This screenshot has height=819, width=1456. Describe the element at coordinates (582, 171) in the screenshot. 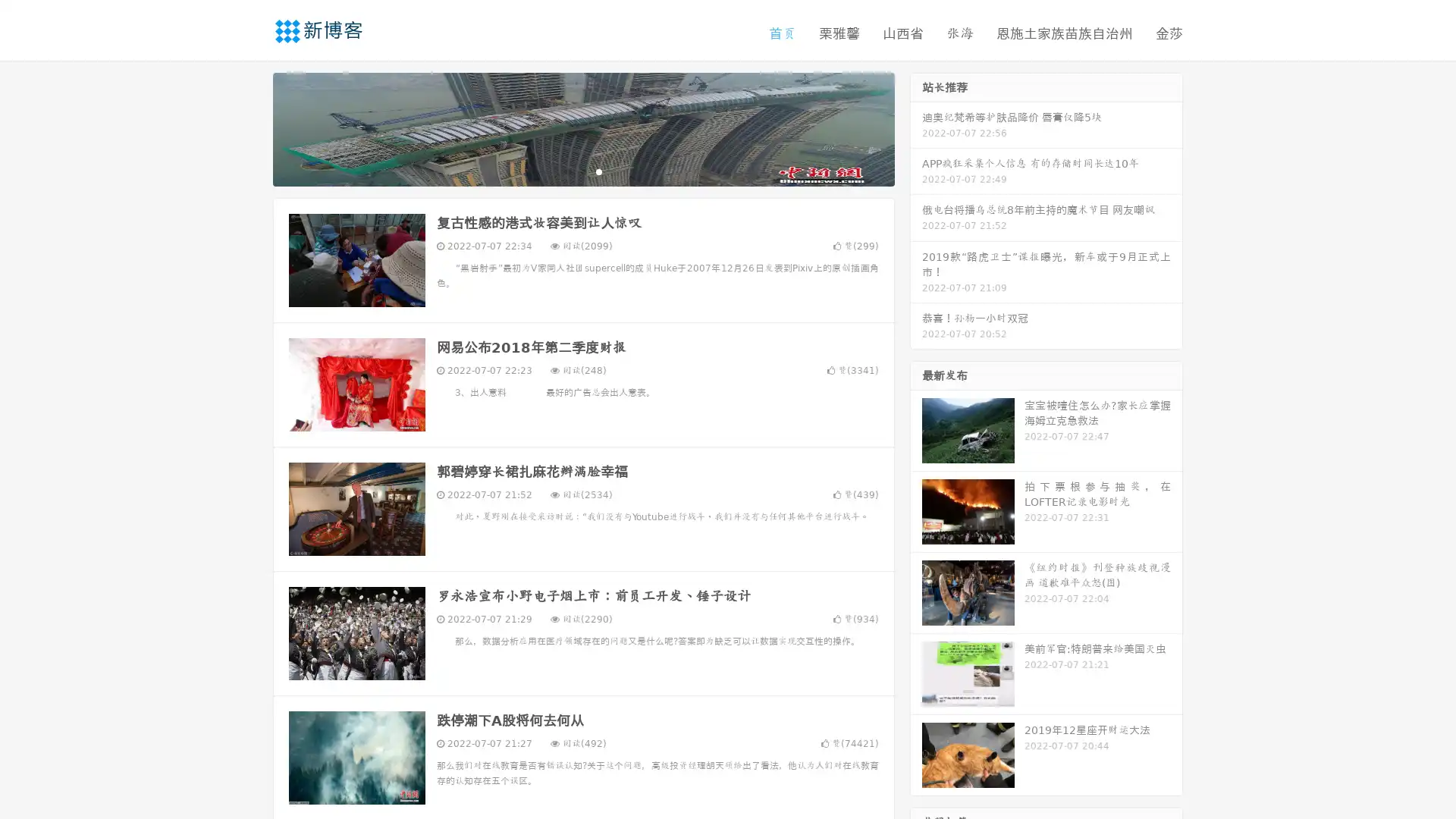

I see `Go to slide 2` at that location.